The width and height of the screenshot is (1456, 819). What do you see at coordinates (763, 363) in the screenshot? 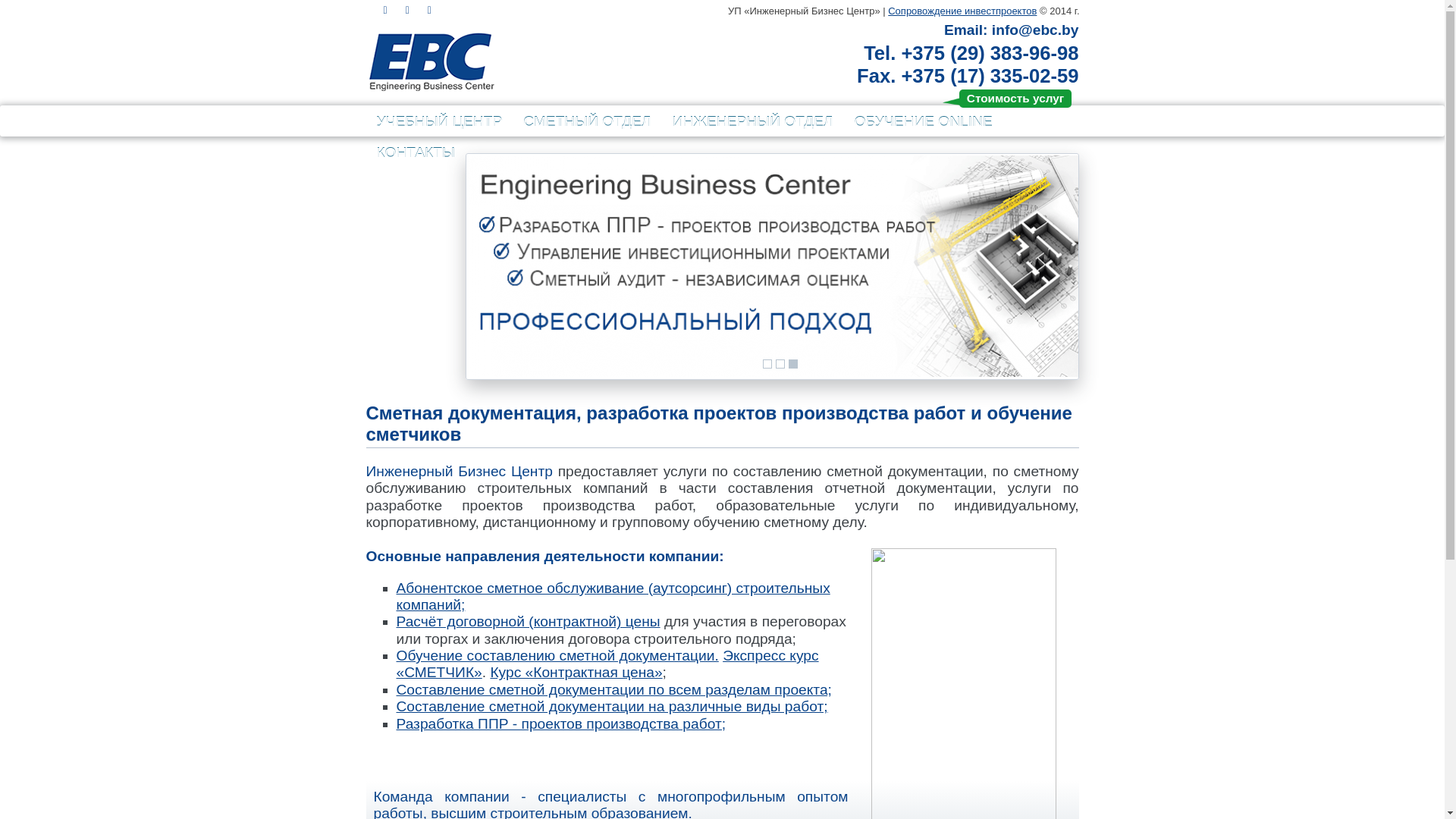
I see `'1'` at bounding box center [763, 363].